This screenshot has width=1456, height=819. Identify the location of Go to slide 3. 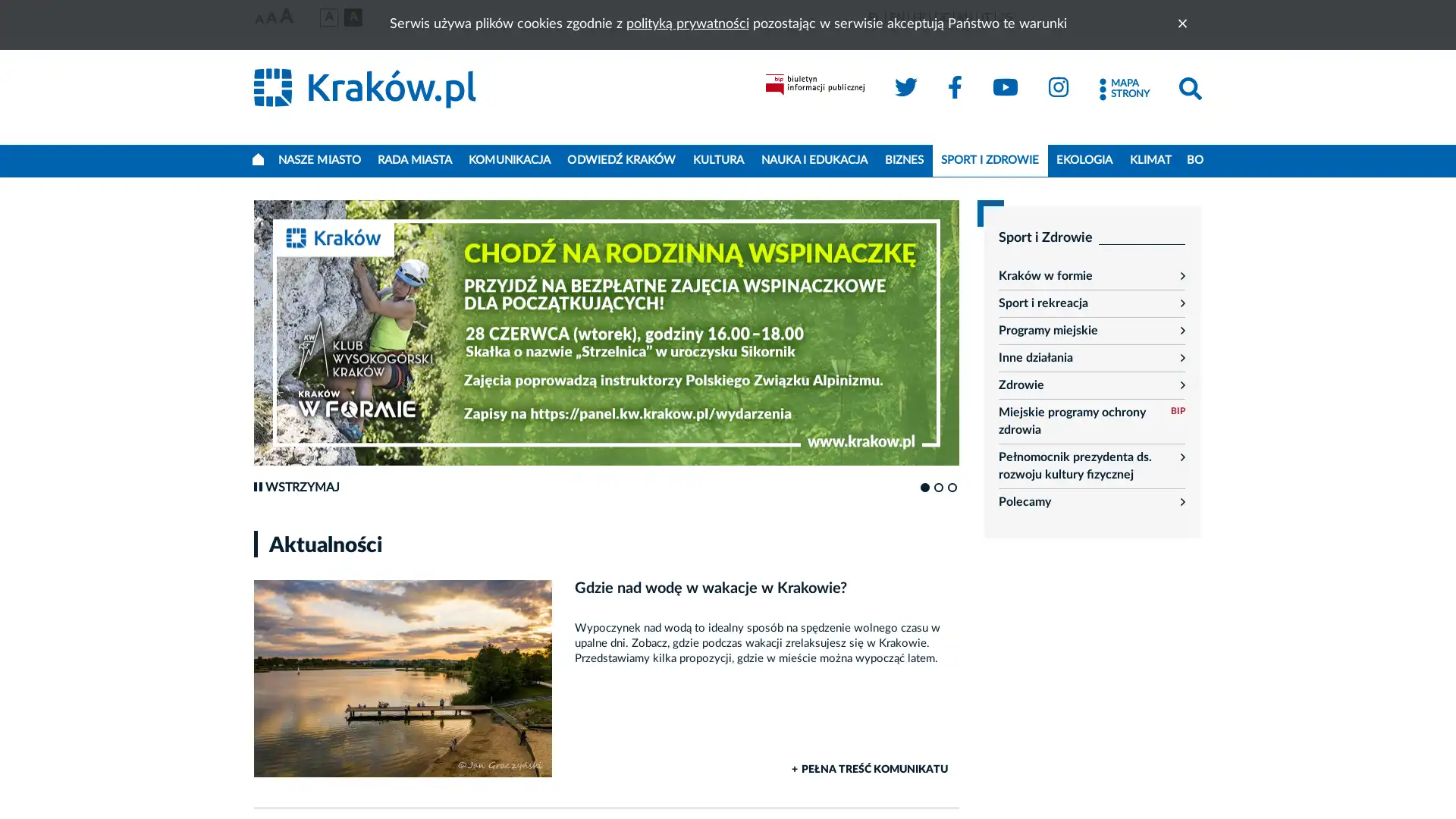
(952, 488).